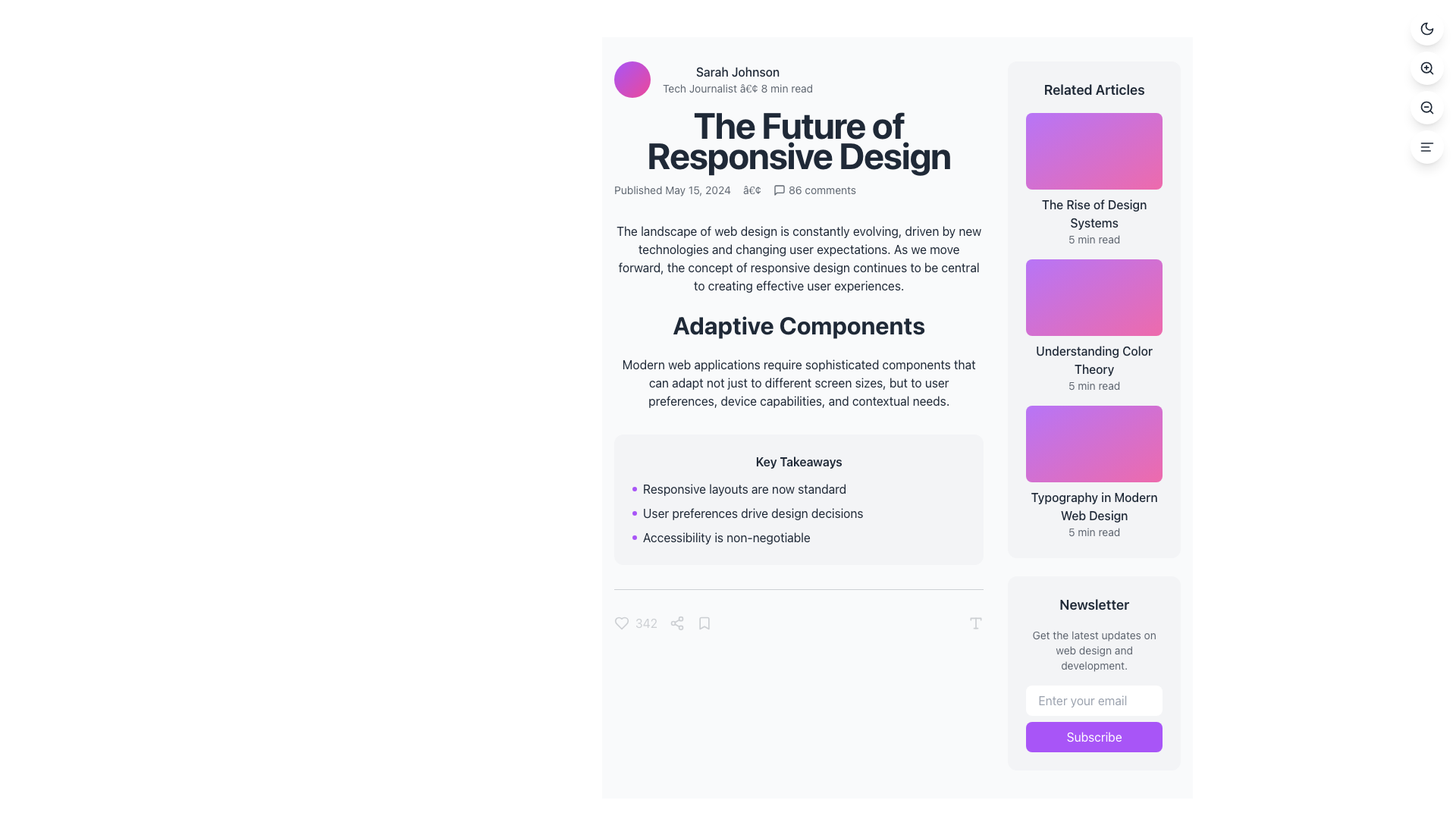  Describe the element at coordinates (752, 189) in the screenshot. I see `the textual separator (bullet/dot) that visually divides the publication date and comment count, positioned to the right of 'Published May 15, 2024' and to the left of '86 comments'` at that location.